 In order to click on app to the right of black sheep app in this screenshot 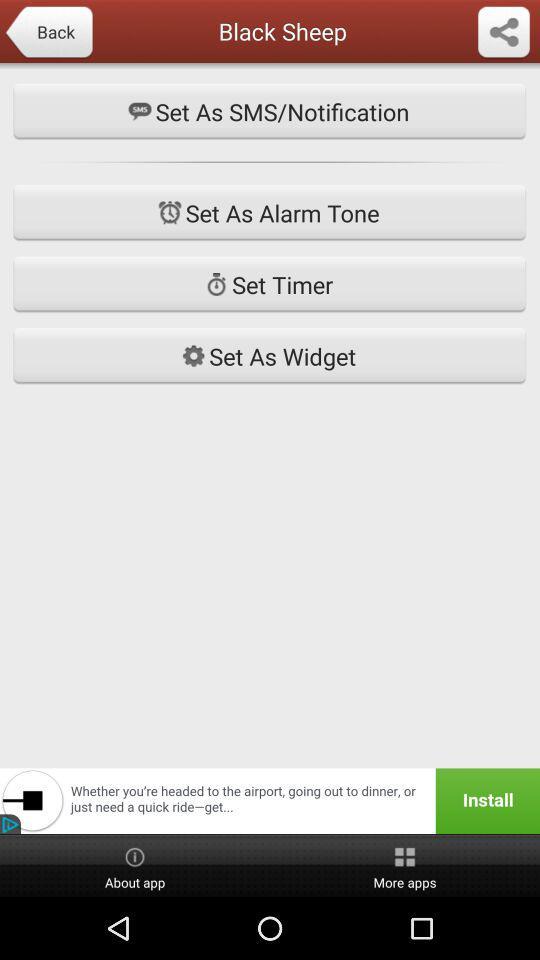, I will do `click(502, 32)`.